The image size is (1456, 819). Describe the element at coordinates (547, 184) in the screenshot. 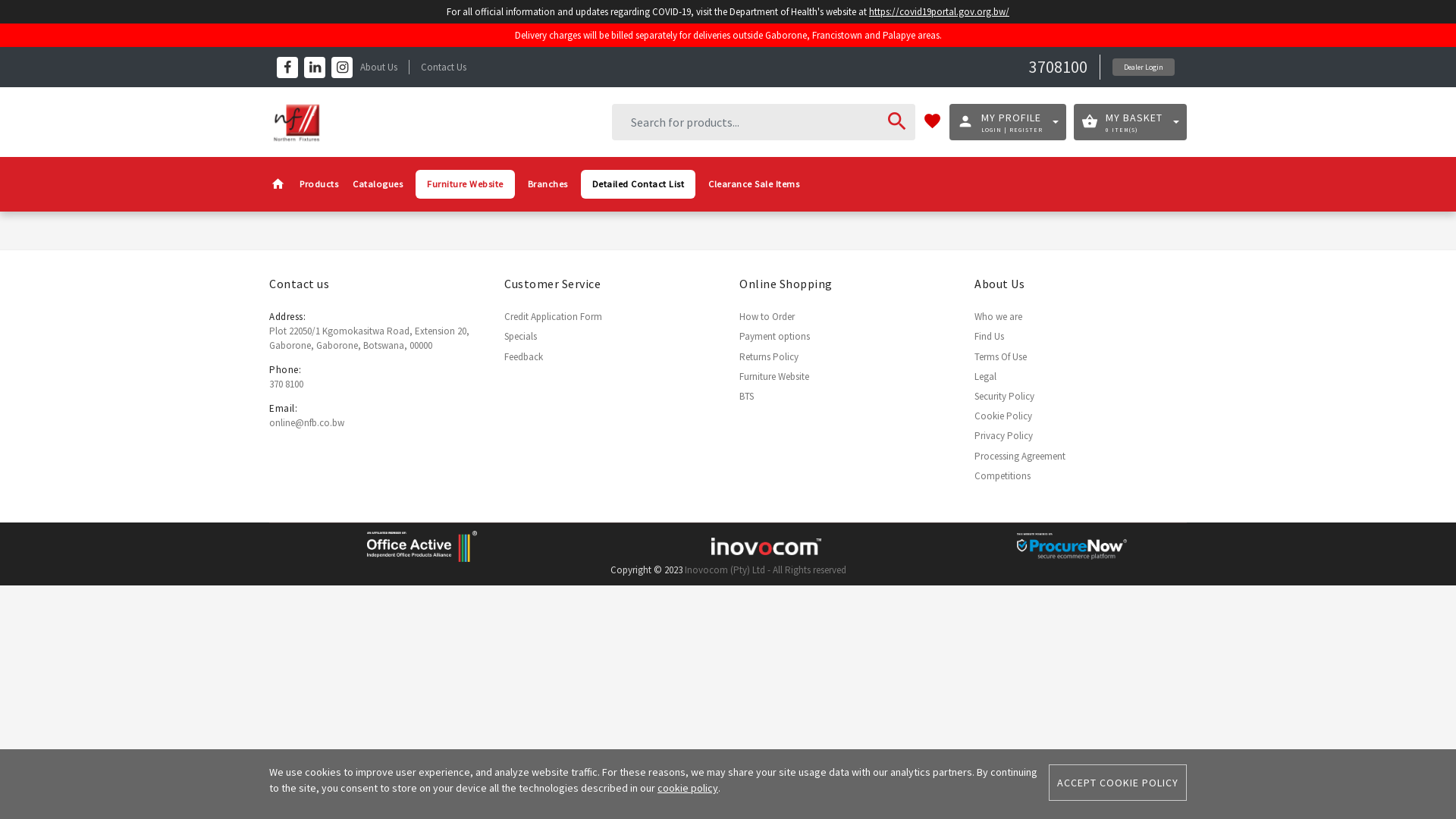

I see `'Branches'` at that location.